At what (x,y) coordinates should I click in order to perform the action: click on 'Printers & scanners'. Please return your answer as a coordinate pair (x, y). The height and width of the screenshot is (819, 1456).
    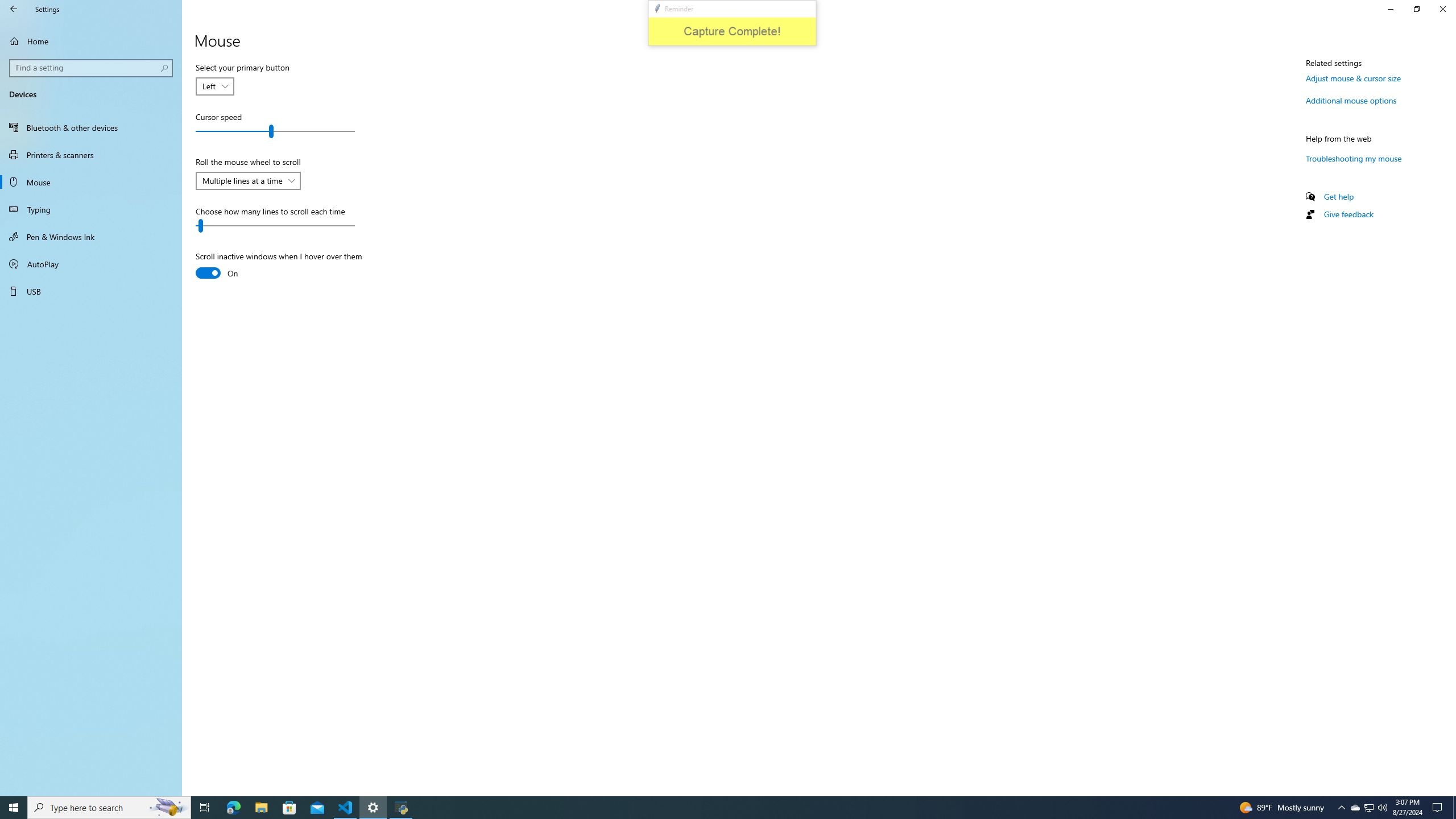
    Looking at the image, I should click on (90, 154).